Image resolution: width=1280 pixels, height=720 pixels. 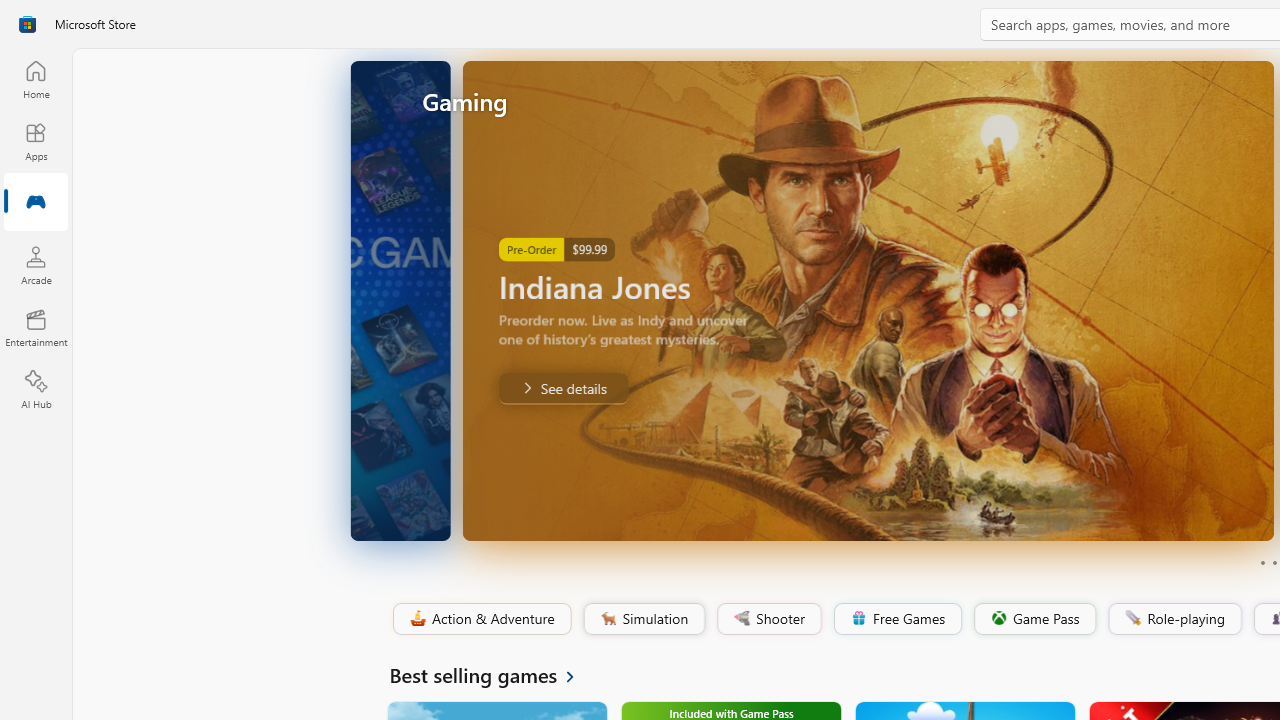 I want to click on 'Entertainment', so click(x=35, y=326).